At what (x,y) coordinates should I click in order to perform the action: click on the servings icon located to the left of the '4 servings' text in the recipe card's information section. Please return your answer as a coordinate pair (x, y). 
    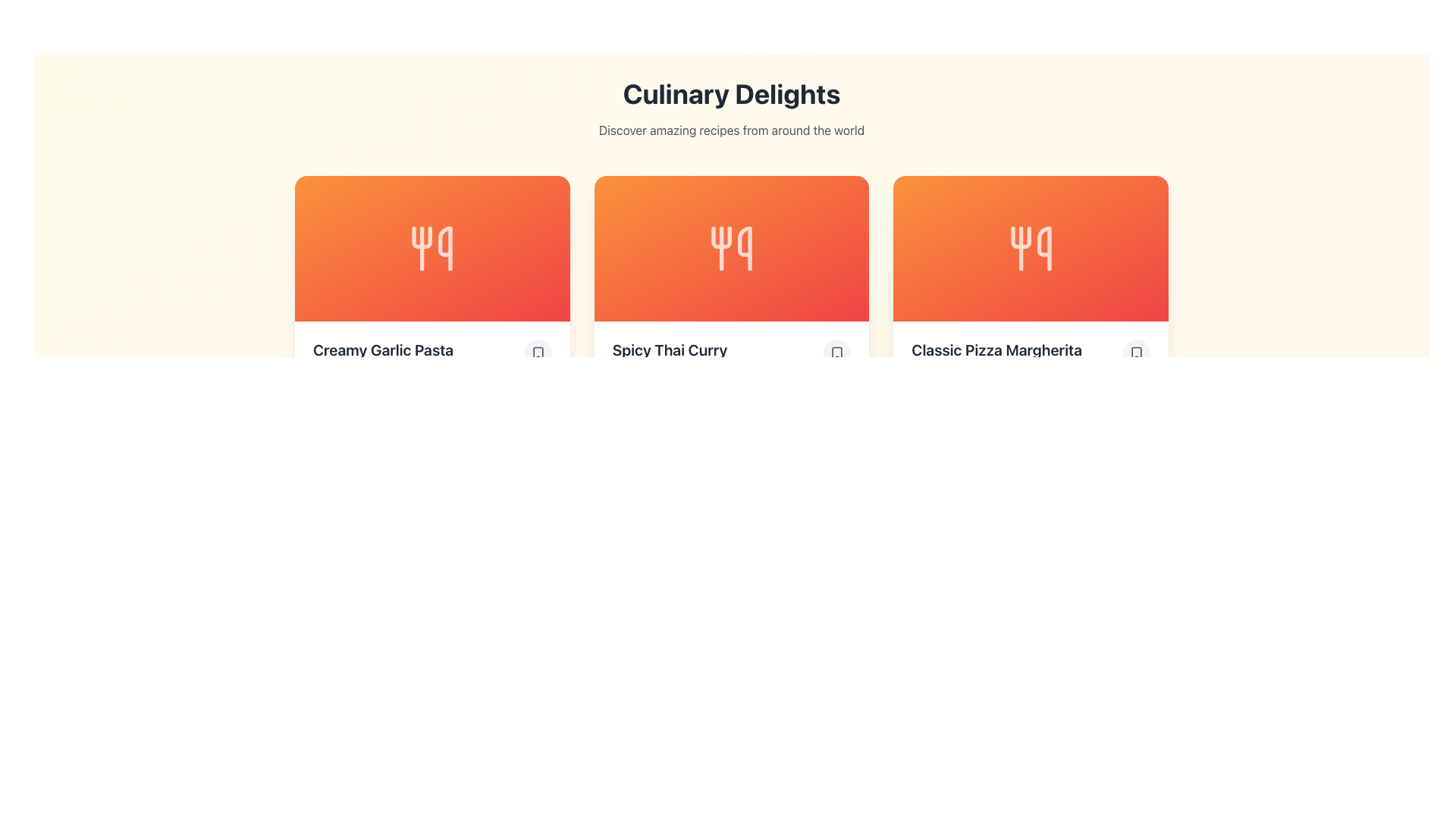
    Looking at the image, I should click on (444, 388).